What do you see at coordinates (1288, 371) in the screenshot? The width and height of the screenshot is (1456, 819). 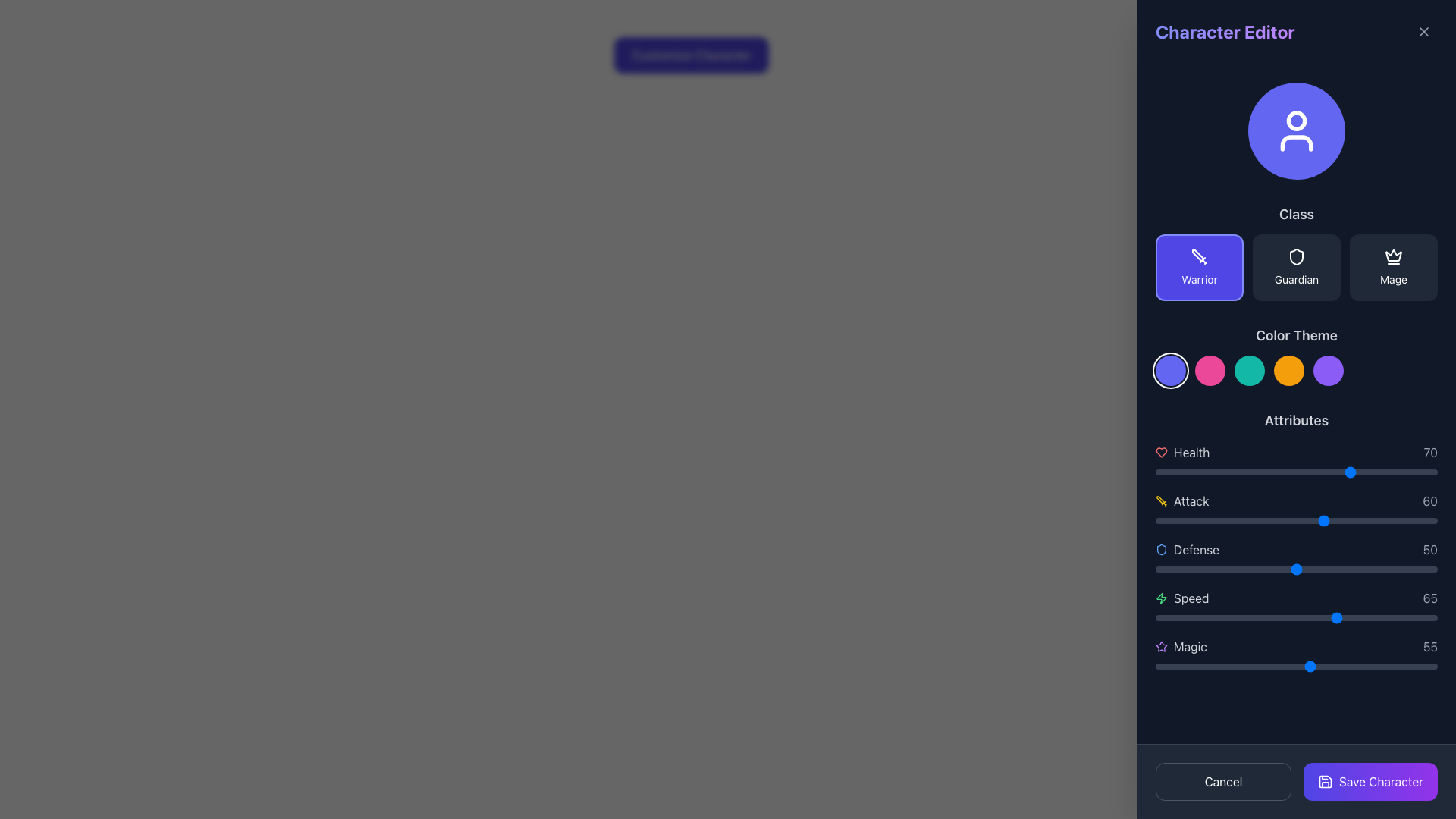 I see `the fourth circular button from the left in the horizontal row of five color-themed buttons under the 'Color Theme' section` at bounding box center [1288, 371].